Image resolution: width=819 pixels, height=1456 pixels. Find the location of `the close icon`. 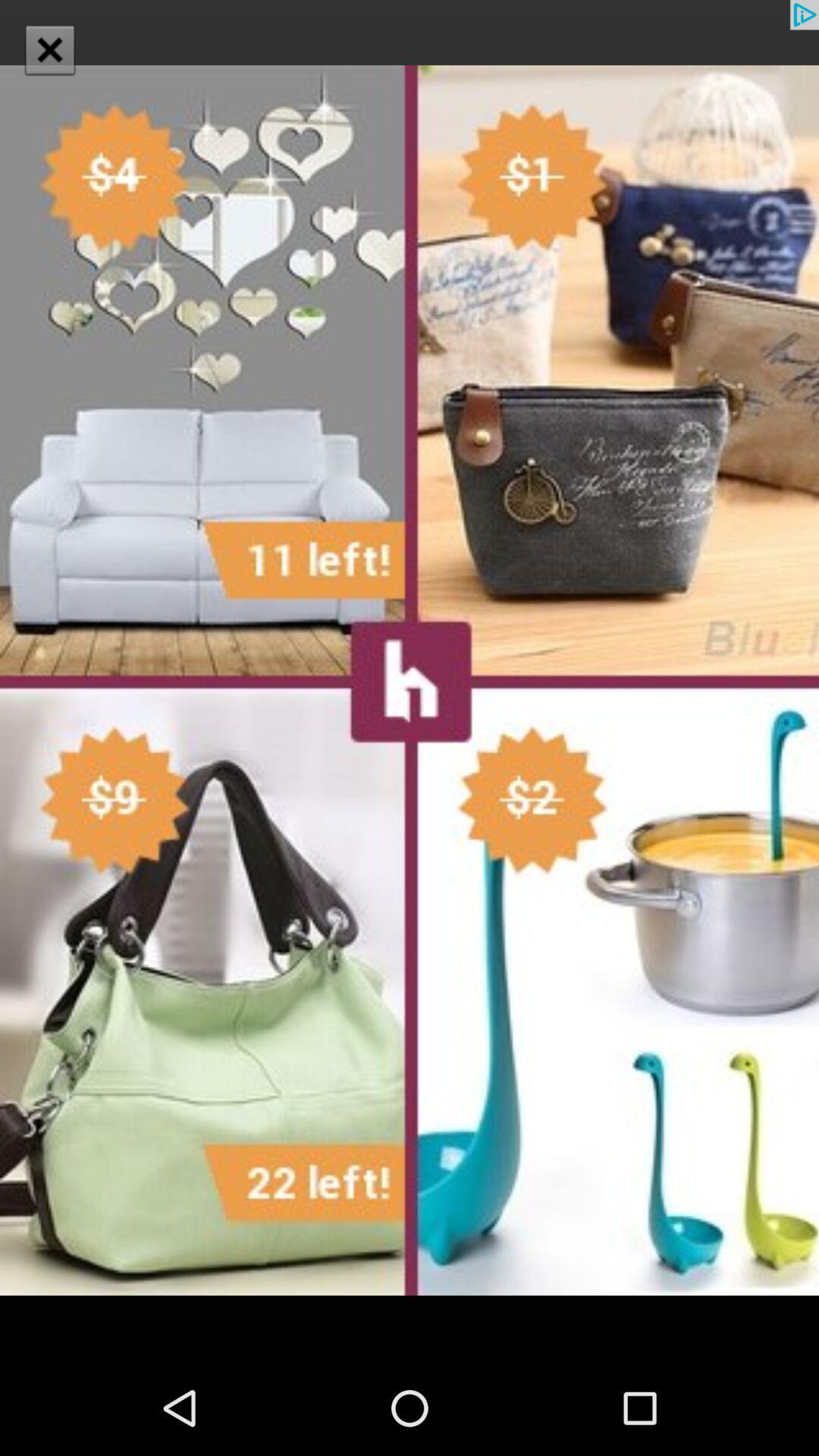

the close icon is located at coordinates (49, 53).